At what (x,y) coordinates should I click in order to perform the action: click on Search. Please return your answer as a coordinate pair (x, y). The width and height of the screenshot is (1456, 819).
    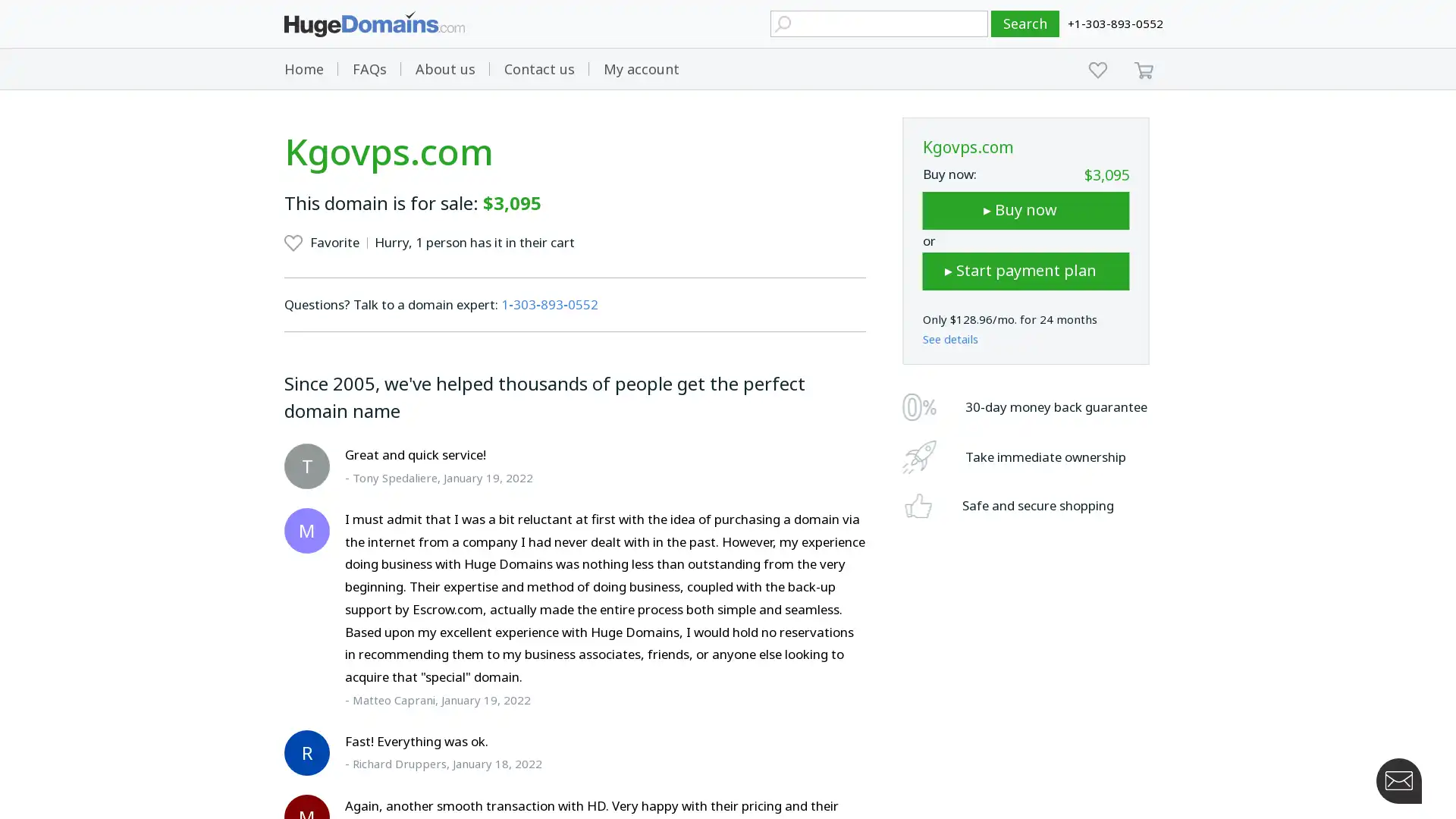
    Looking at the image, I should click on (1025, 24).